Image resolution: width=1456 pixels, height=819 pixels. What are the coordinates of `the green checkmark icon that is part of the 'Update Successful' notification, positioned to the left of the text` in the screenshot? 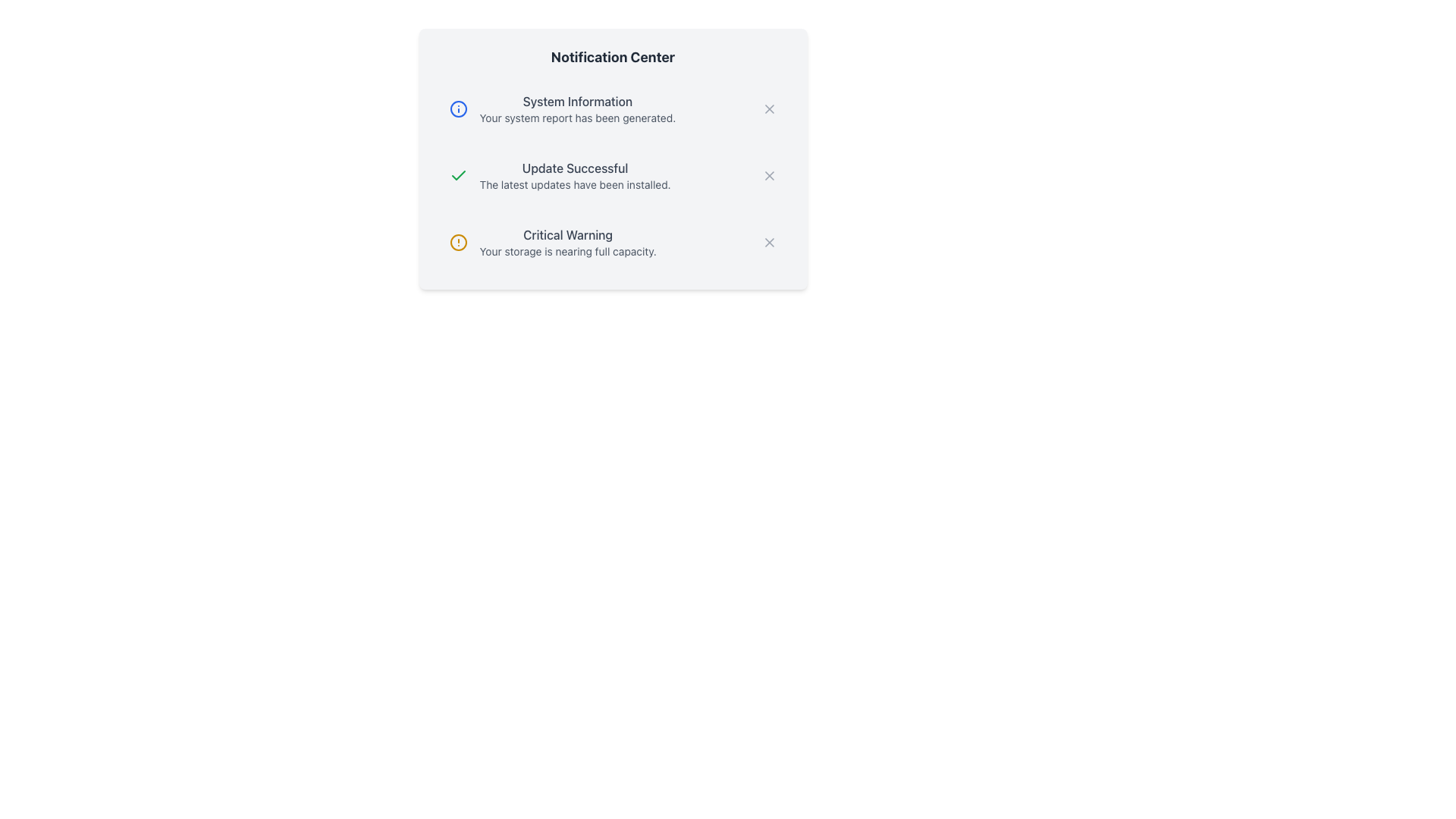 It's located at (457, 174).